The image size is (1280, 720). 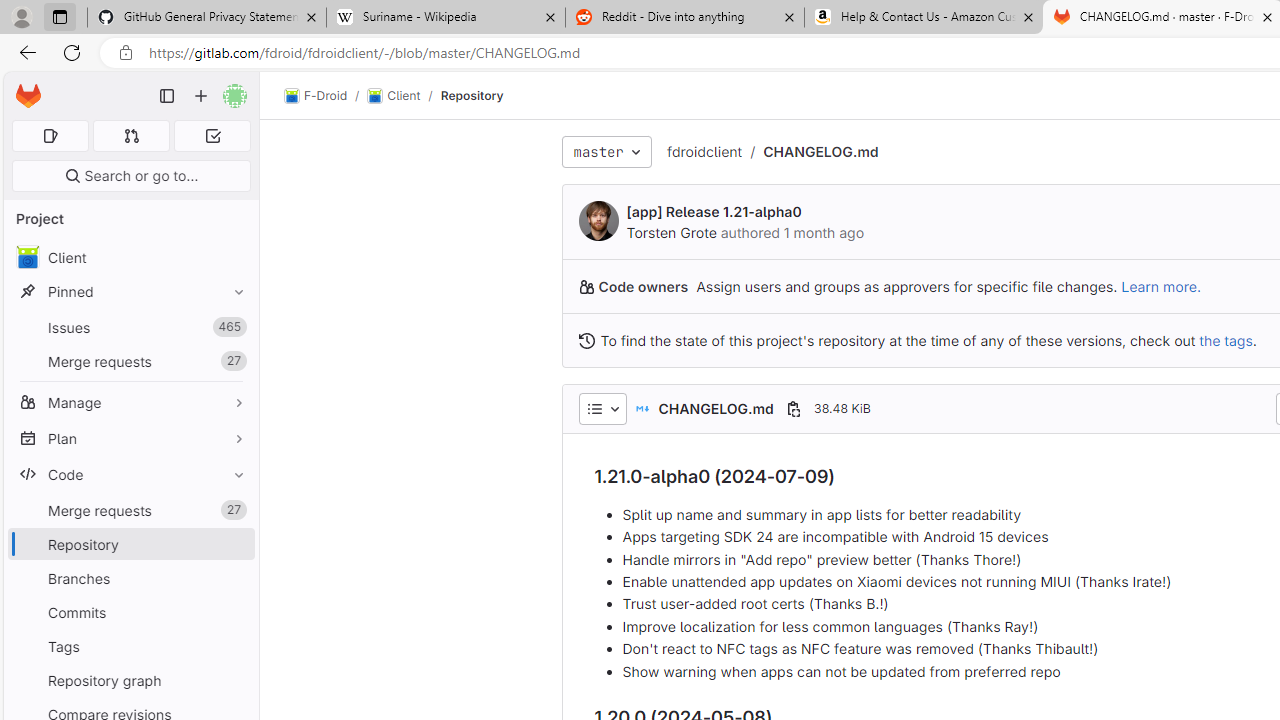 What do you see at coordinates (130, 256) in the screenshot?
I see `'avatar Client'` at bounding box center [130, 256].